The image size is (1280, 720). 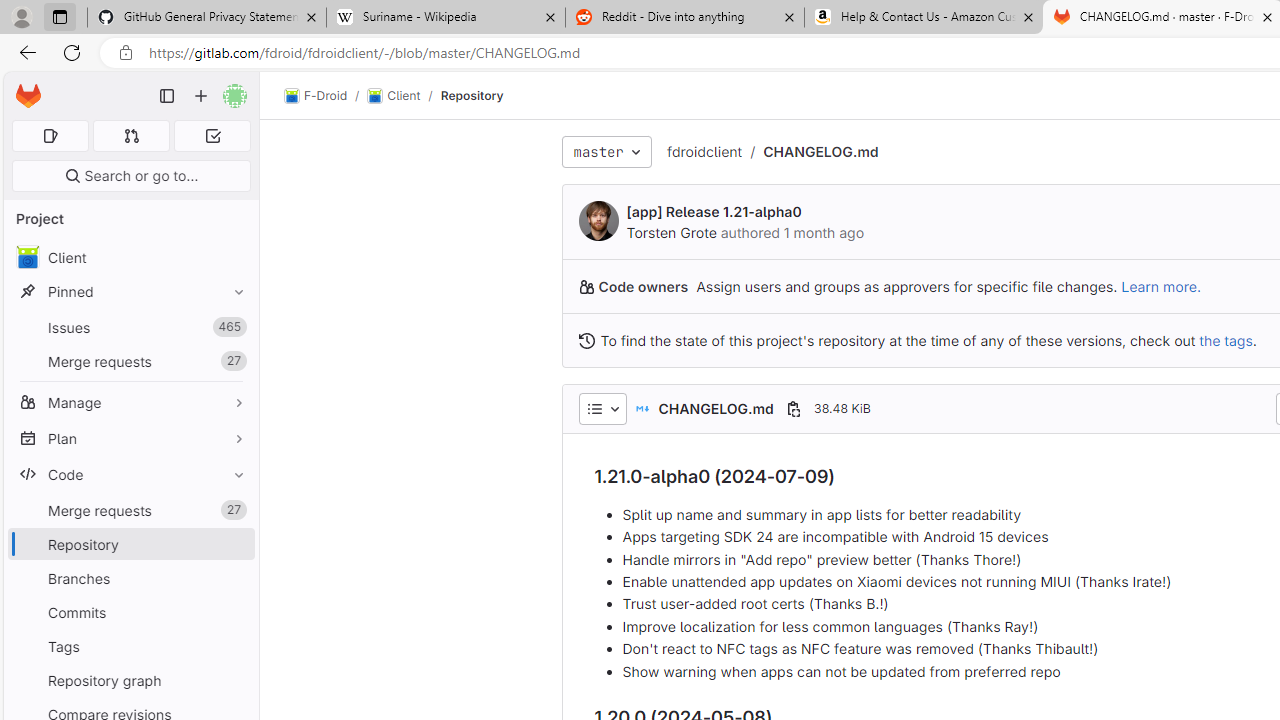 What do you see at coordinates (130, 256) in the screenshot?
I see `'avatar Client'` at bounding box center [130, 256].